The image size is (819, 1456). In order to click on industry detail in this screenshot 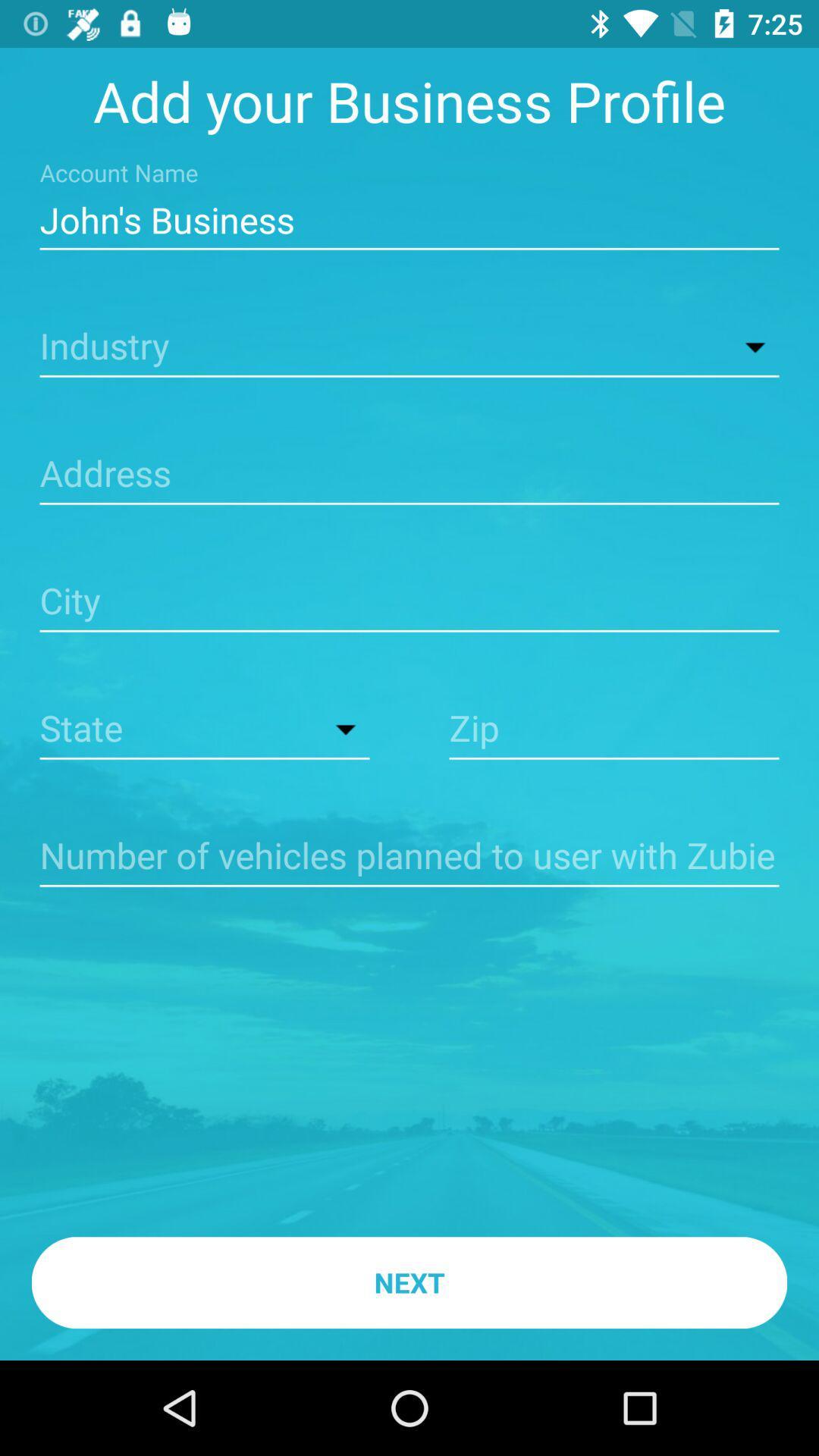, I will do `click(409, 347)`.